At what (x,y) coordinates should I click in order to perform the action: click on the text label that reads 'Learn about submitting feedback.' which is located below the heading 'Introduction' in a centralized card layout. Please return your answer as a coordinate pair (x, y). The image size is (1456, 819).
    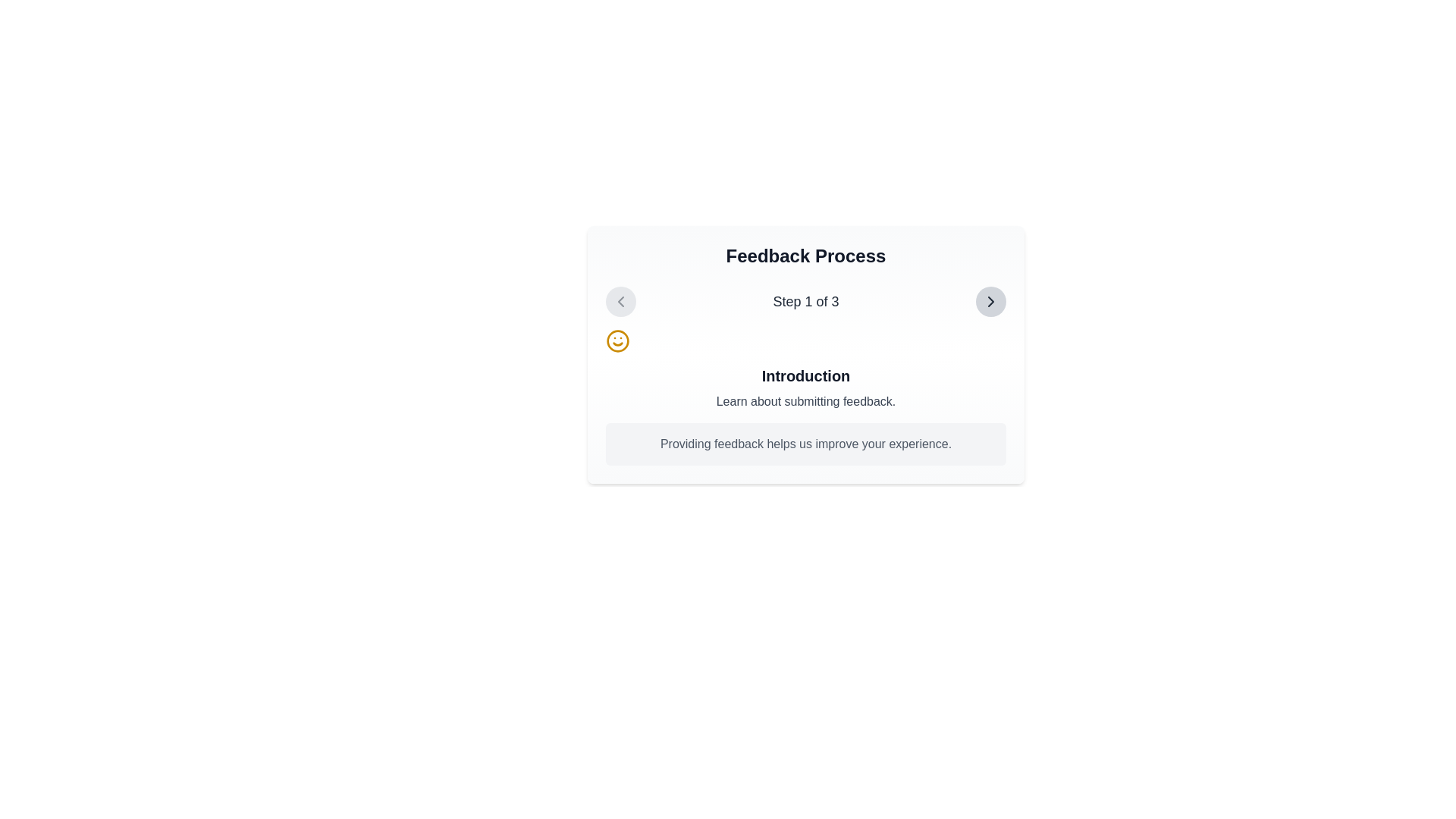
    Looking at the image, I should click on (805, 400).